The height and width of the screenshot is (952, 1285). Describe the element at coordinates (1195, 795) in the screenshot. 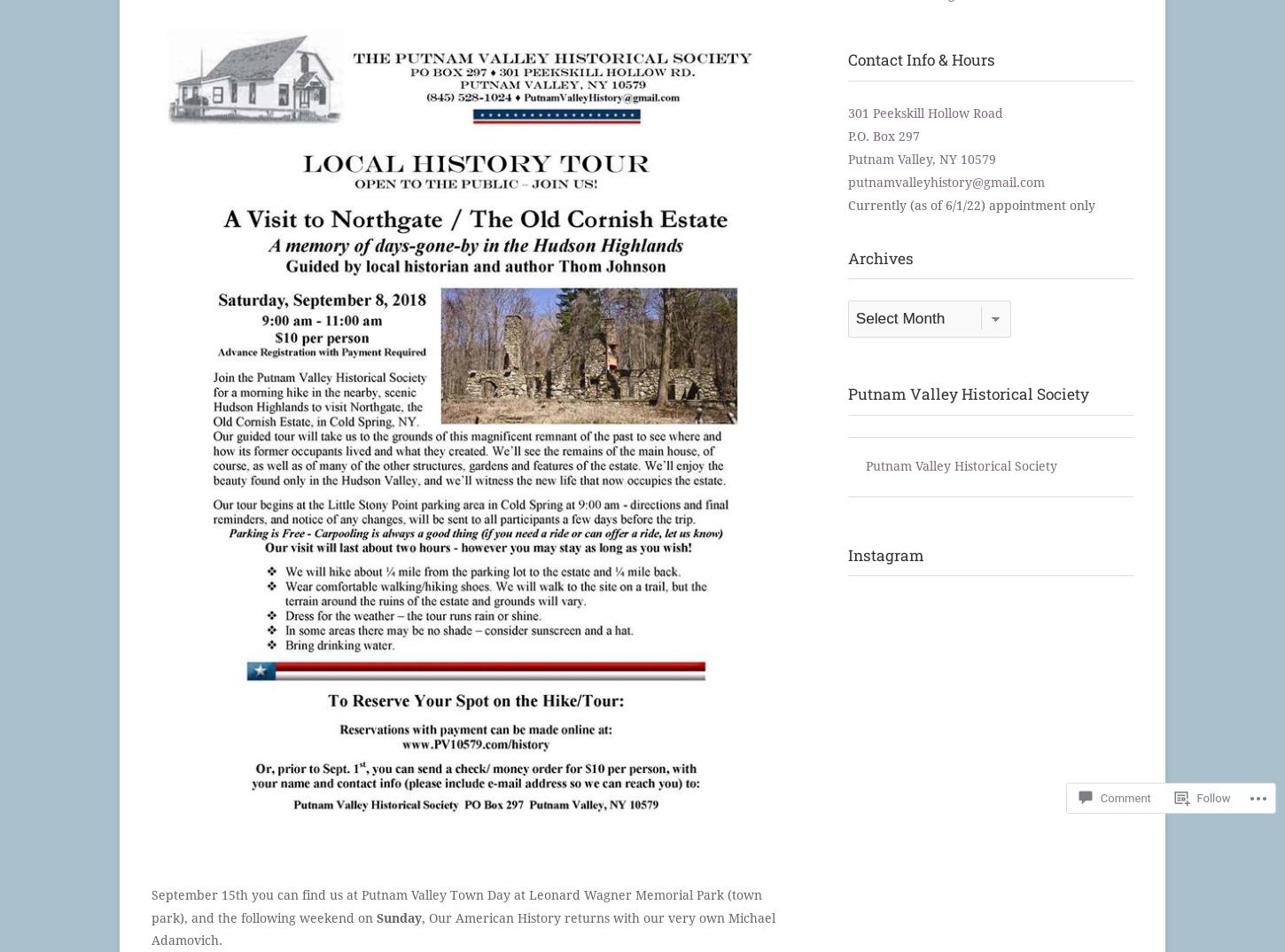

I see `'Follow'` at that location.